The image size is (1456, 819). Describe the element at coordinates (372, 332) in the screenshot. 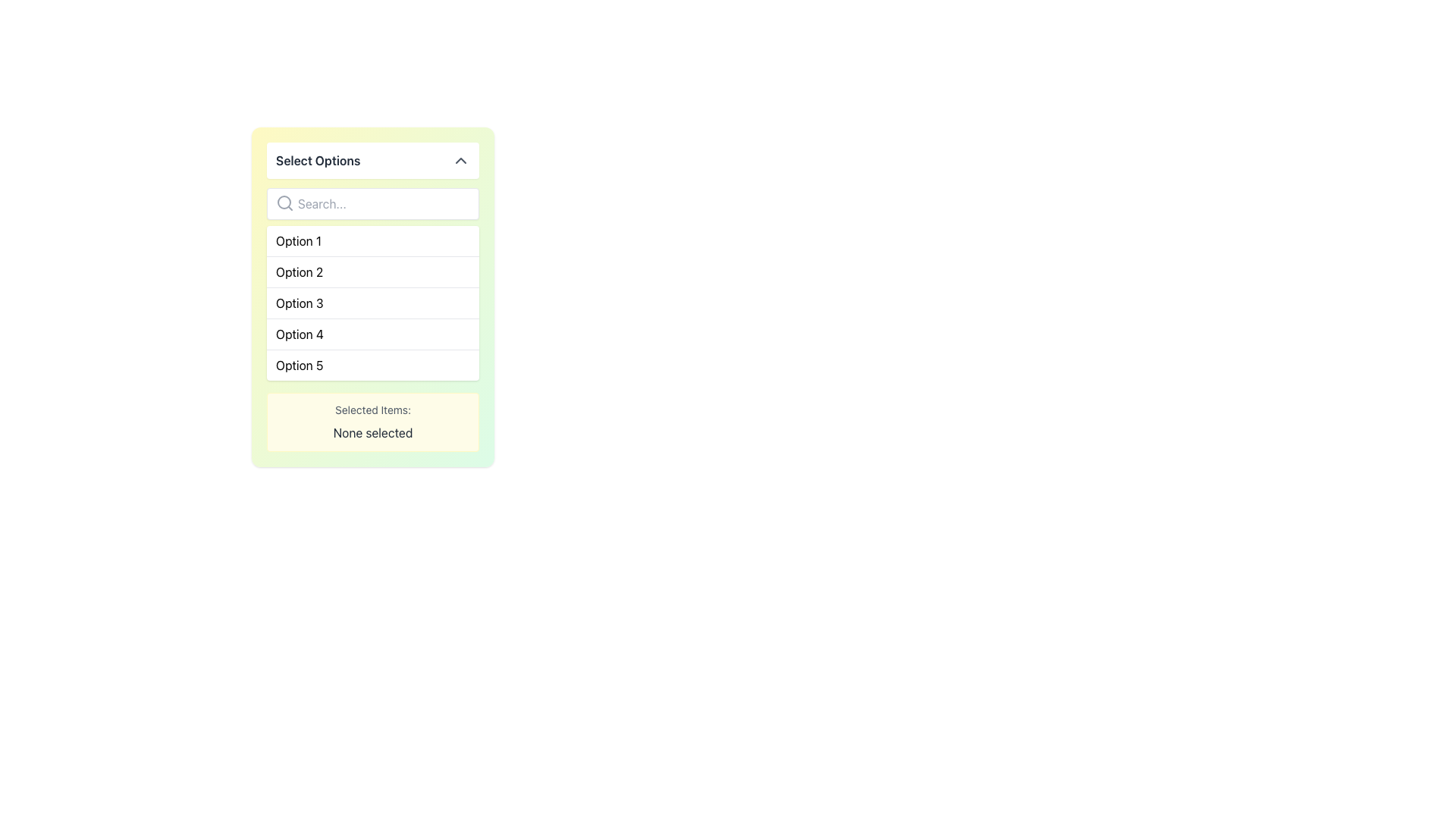

I see `the fourth item in the dropdown menu` at that location.